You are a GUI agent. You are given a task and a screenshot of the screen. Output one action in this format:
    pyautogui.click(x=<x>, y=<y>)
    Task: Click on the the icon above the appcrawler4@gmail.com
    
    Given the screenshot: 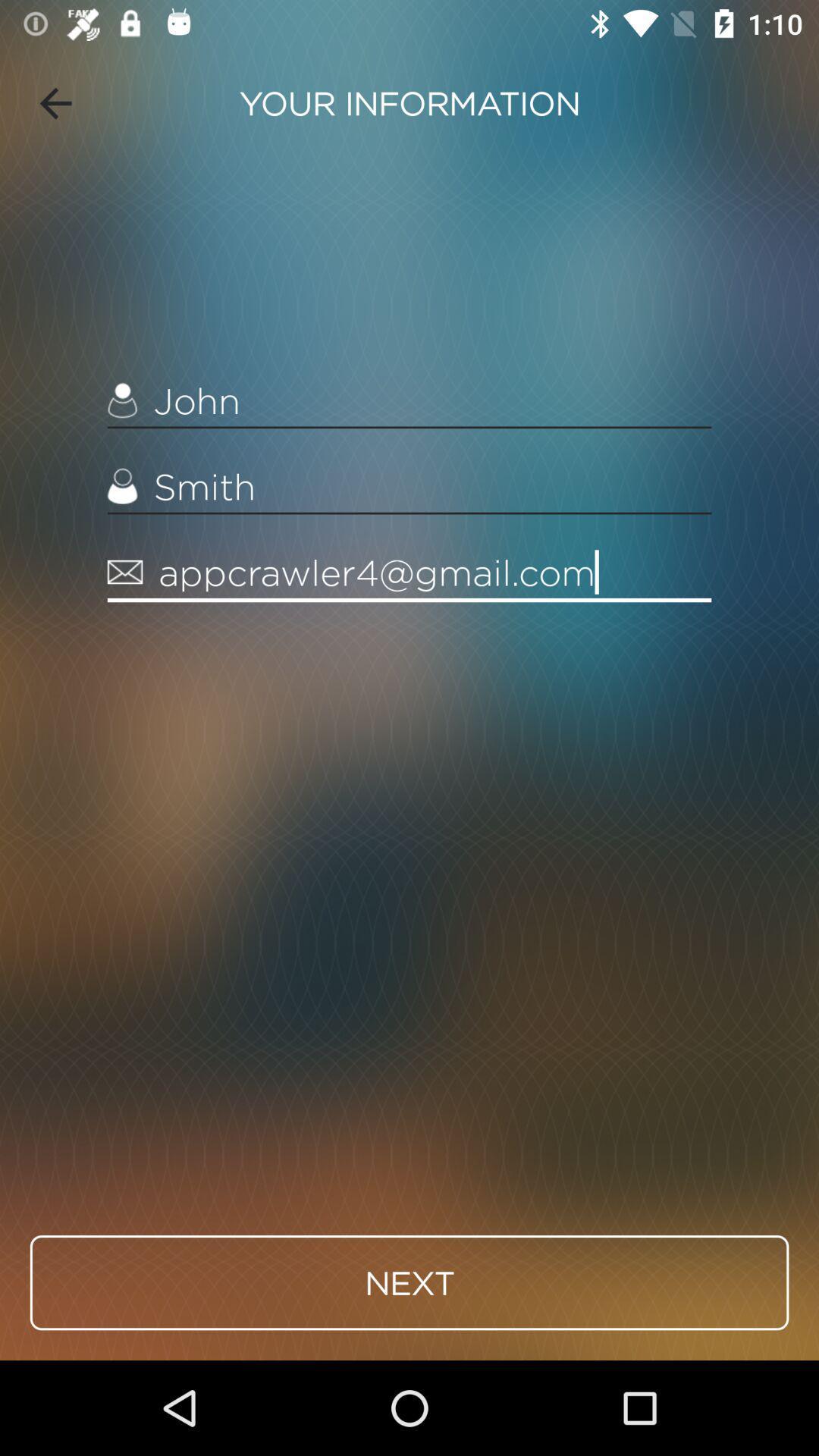 What is the action you would take?
    pyautogui.click(x=409, y=487)
    